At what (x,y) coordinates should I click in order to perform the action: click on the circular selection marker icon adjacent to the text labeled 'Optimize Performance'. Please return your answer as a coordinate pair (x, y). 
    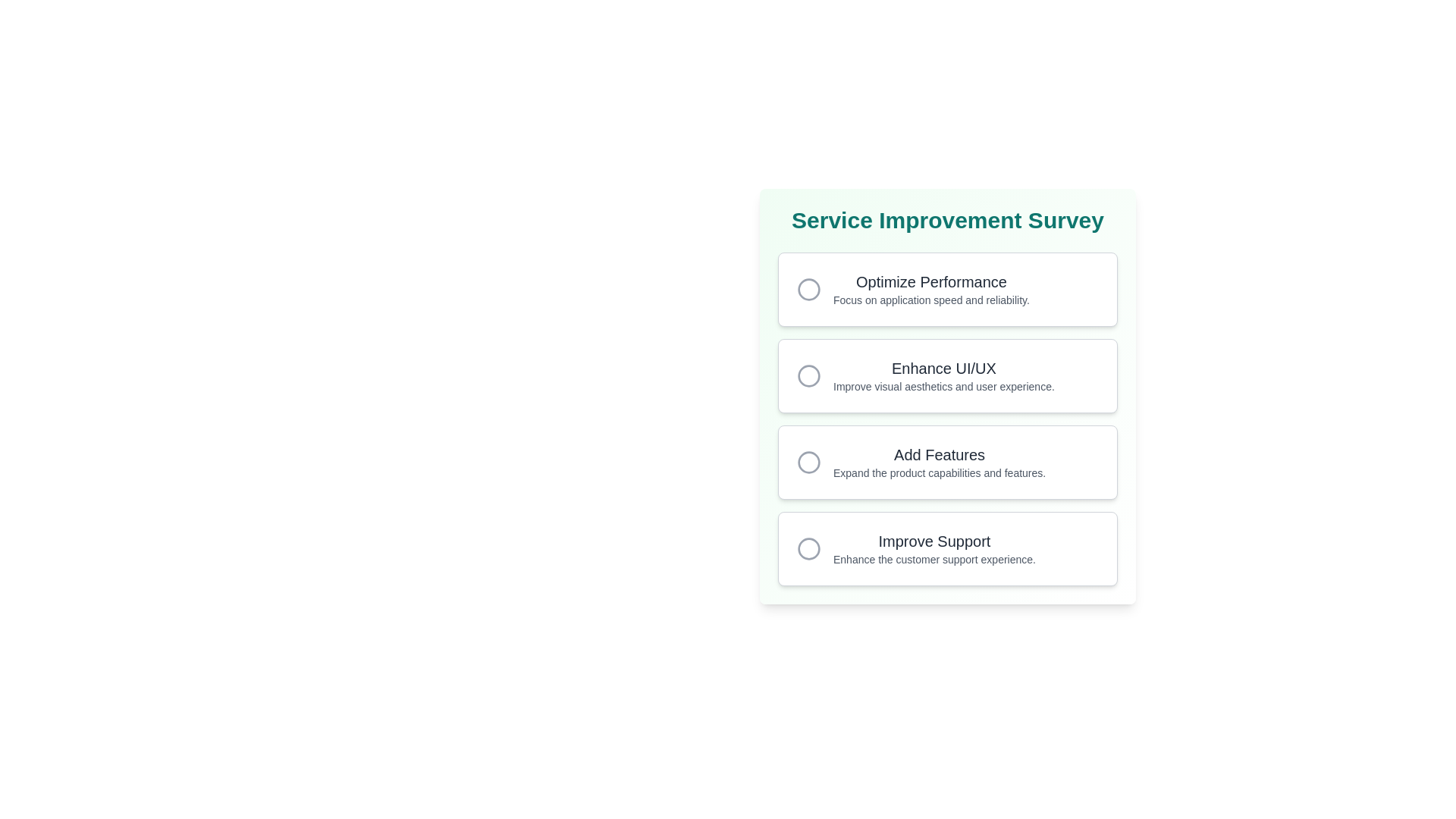
    Looking at the image, I should click on (808, 289).